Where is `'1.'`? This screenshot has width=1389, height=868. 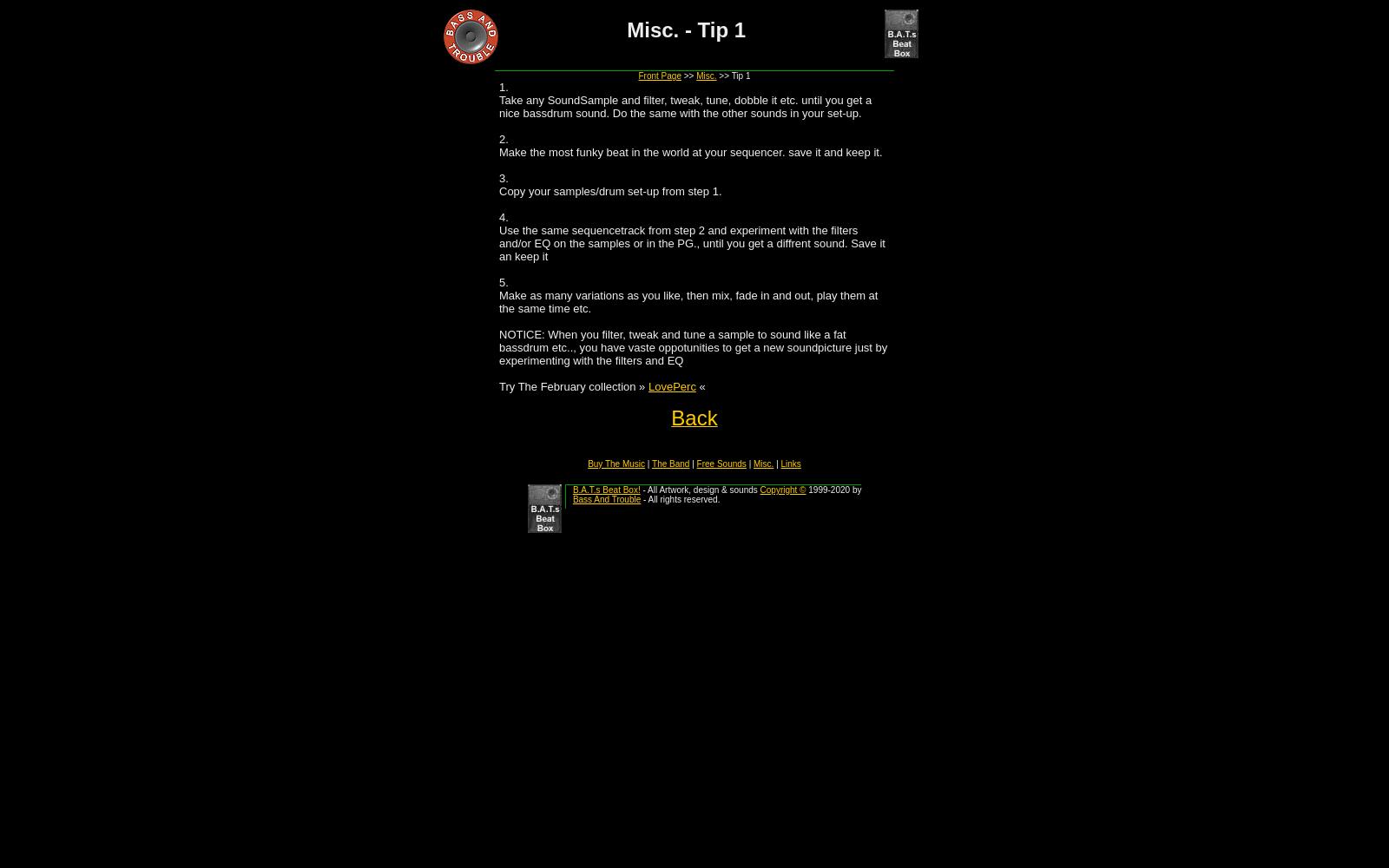 '1.' is located at coordinates (503, 86).